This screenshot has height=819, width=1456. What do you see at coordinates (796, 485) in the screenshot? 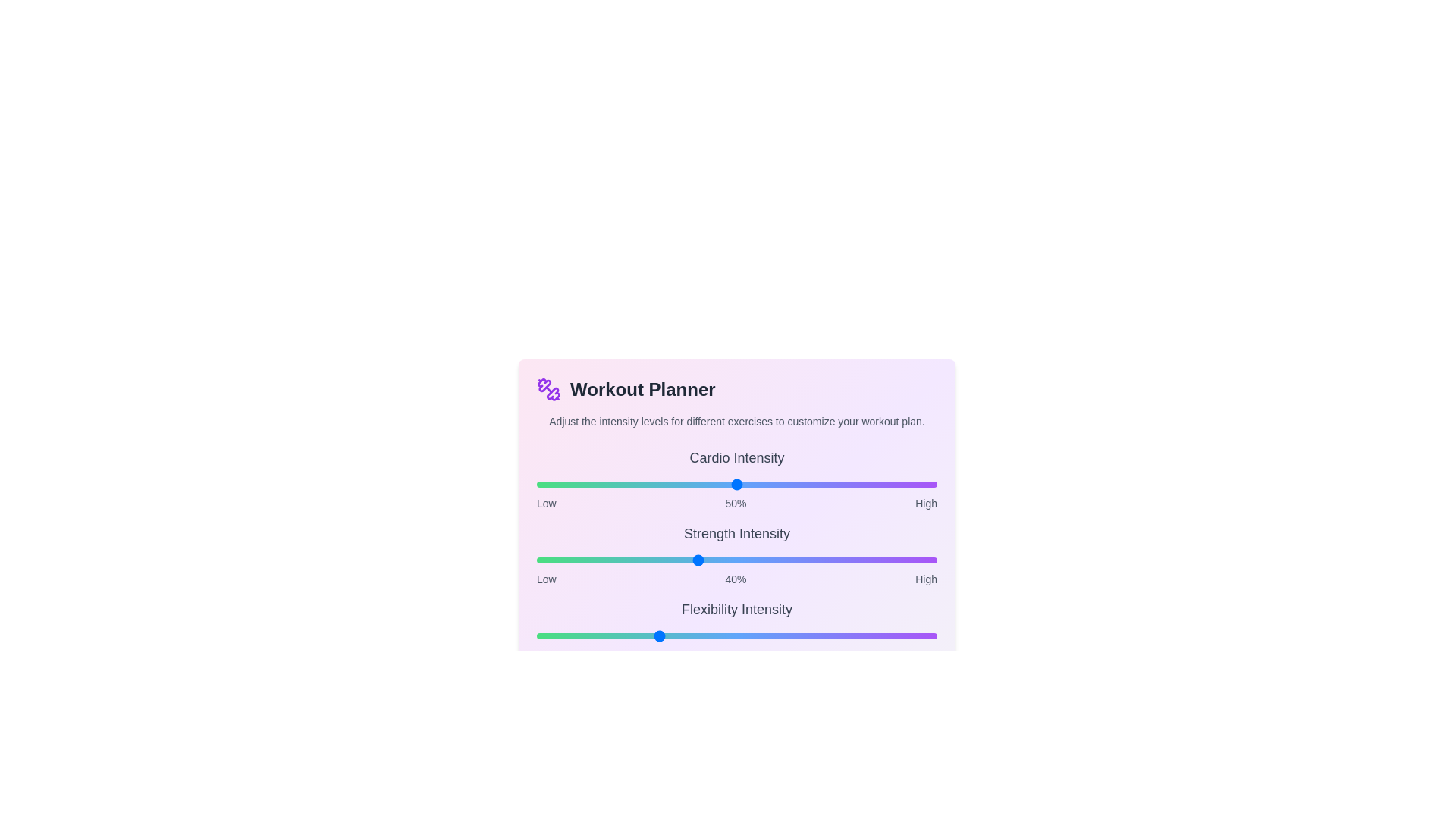
I see `the intensity of the 0 slider to 65%` at bounding box center [796, 485].